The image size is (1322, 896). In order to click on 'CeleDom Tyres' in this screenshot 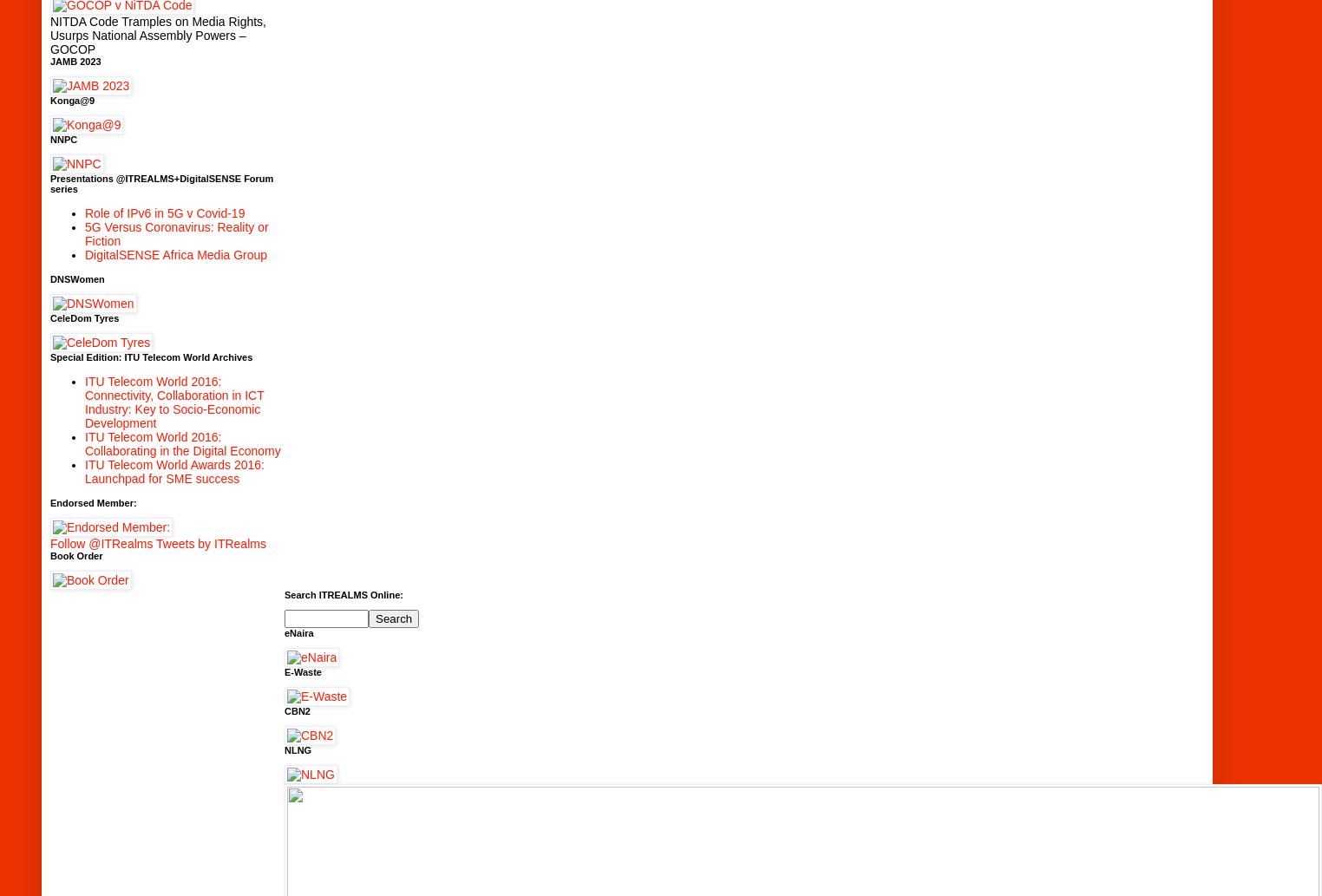, I will do `click(84, 317)`.